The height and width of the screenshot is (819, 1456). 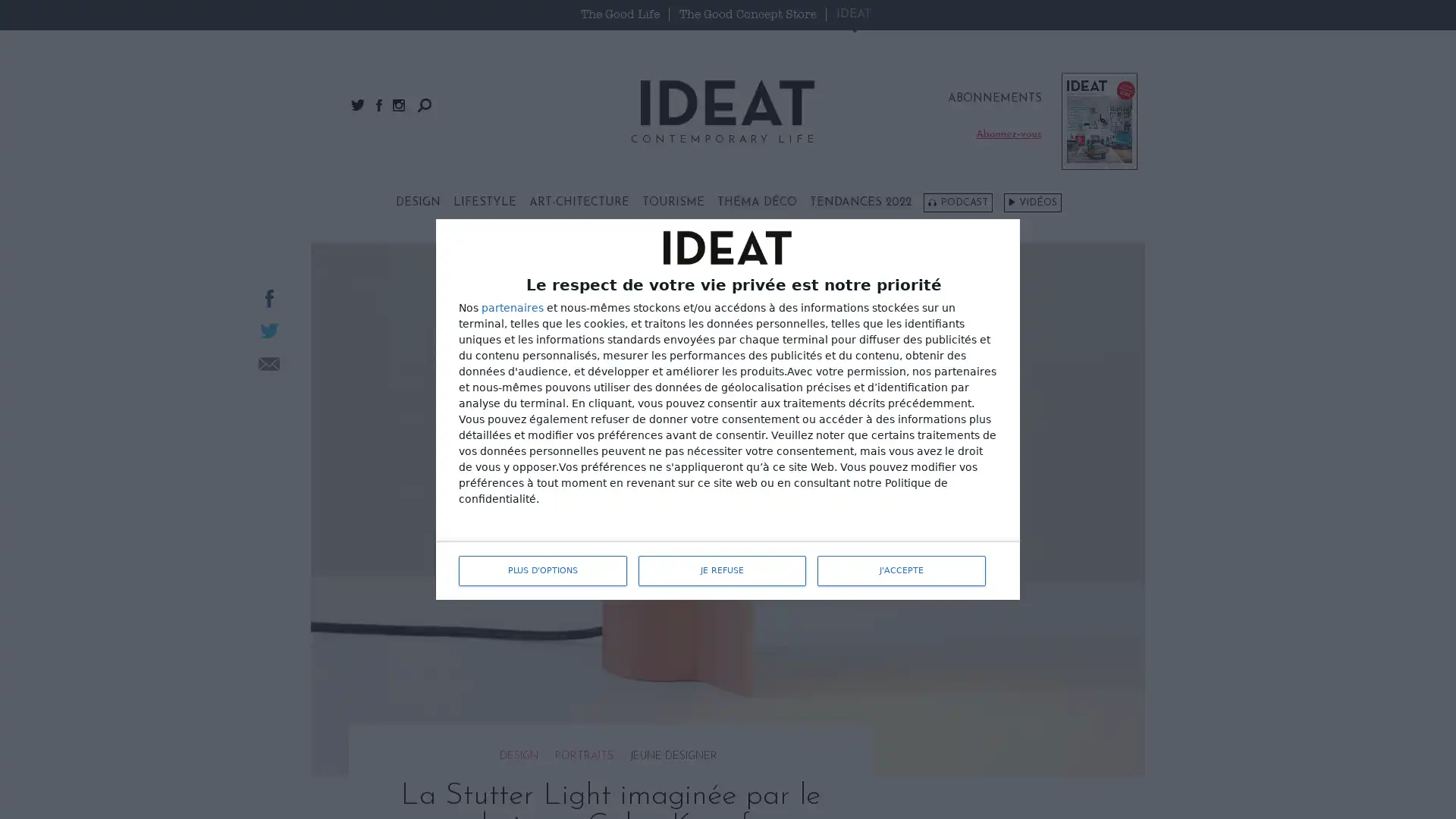 I want to click on JE REFUSE, so click(x=720, y=570).